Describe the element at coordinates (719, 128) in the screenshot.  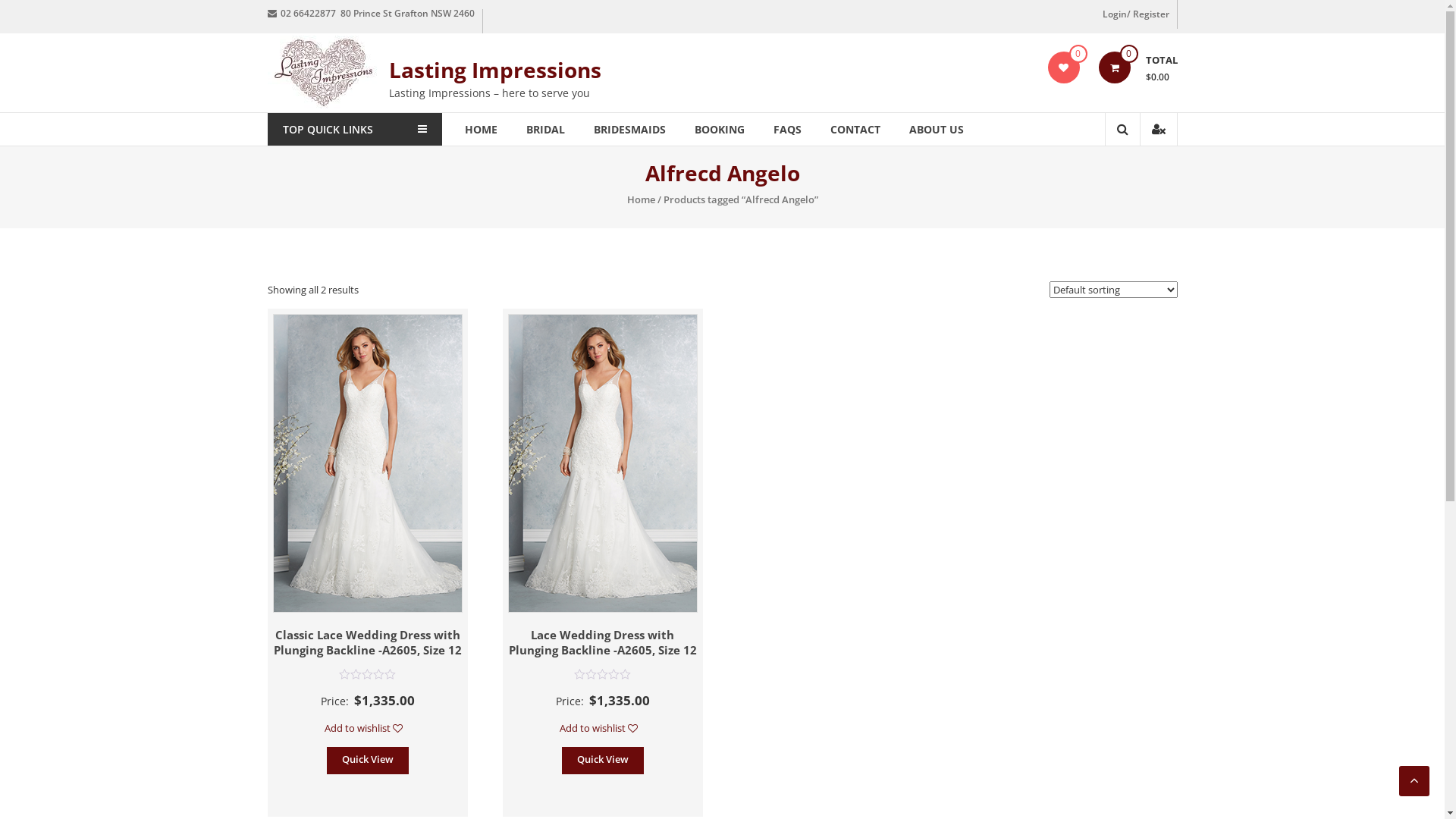
I see `'BOOKING'` at that location.